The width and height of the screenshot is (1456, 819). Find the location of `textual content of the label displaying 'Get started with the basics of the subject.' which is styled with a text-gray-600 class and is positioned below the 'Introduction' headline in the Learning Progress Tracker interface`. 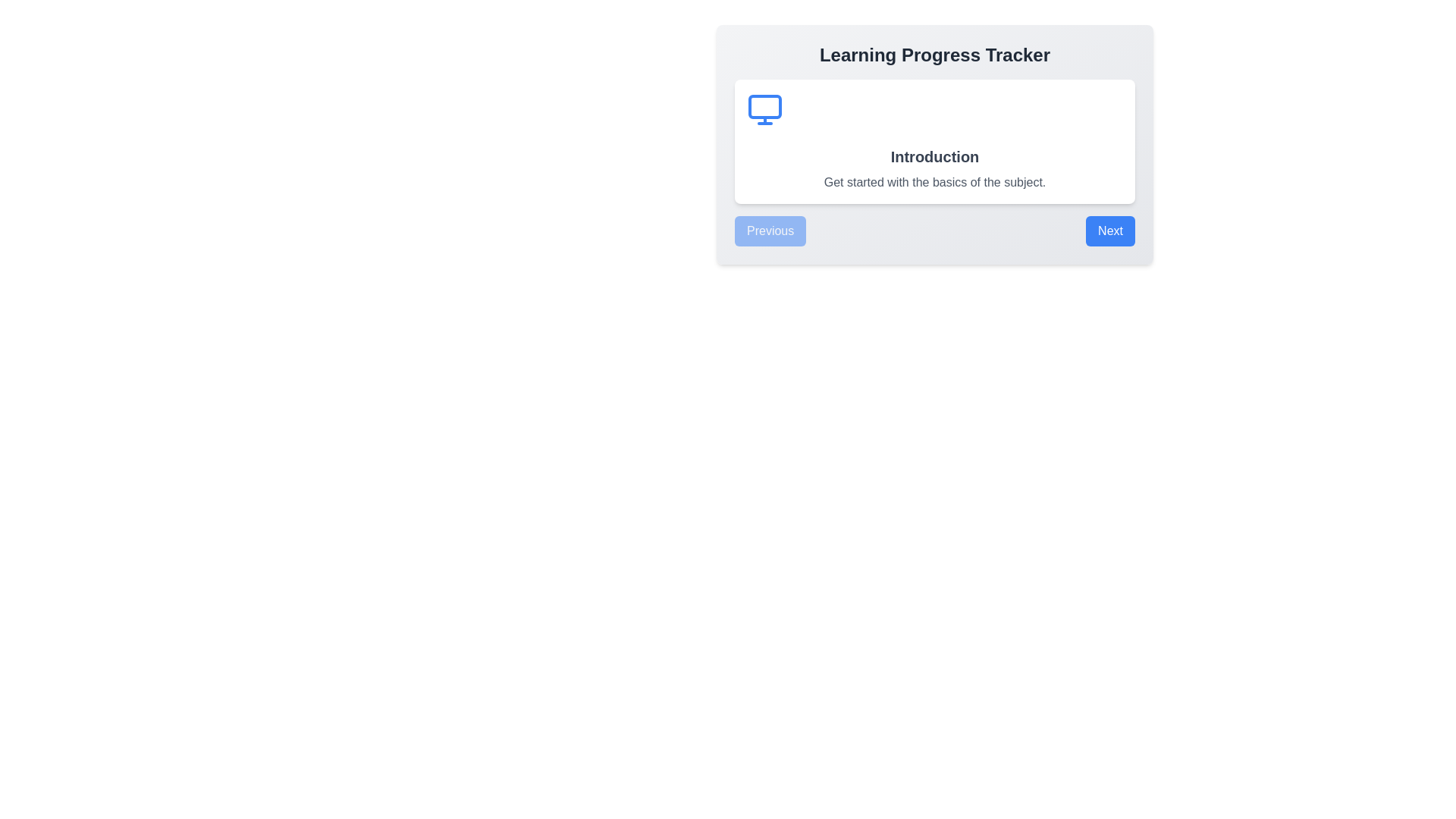

textual content of the label displaying 'Get started with the basics of the subject.' which is styled with a text-gray-600 class and is positioned below the 'Introduction' headline in the Learning Progress Tracker interface is located at coordinates (934, 181).